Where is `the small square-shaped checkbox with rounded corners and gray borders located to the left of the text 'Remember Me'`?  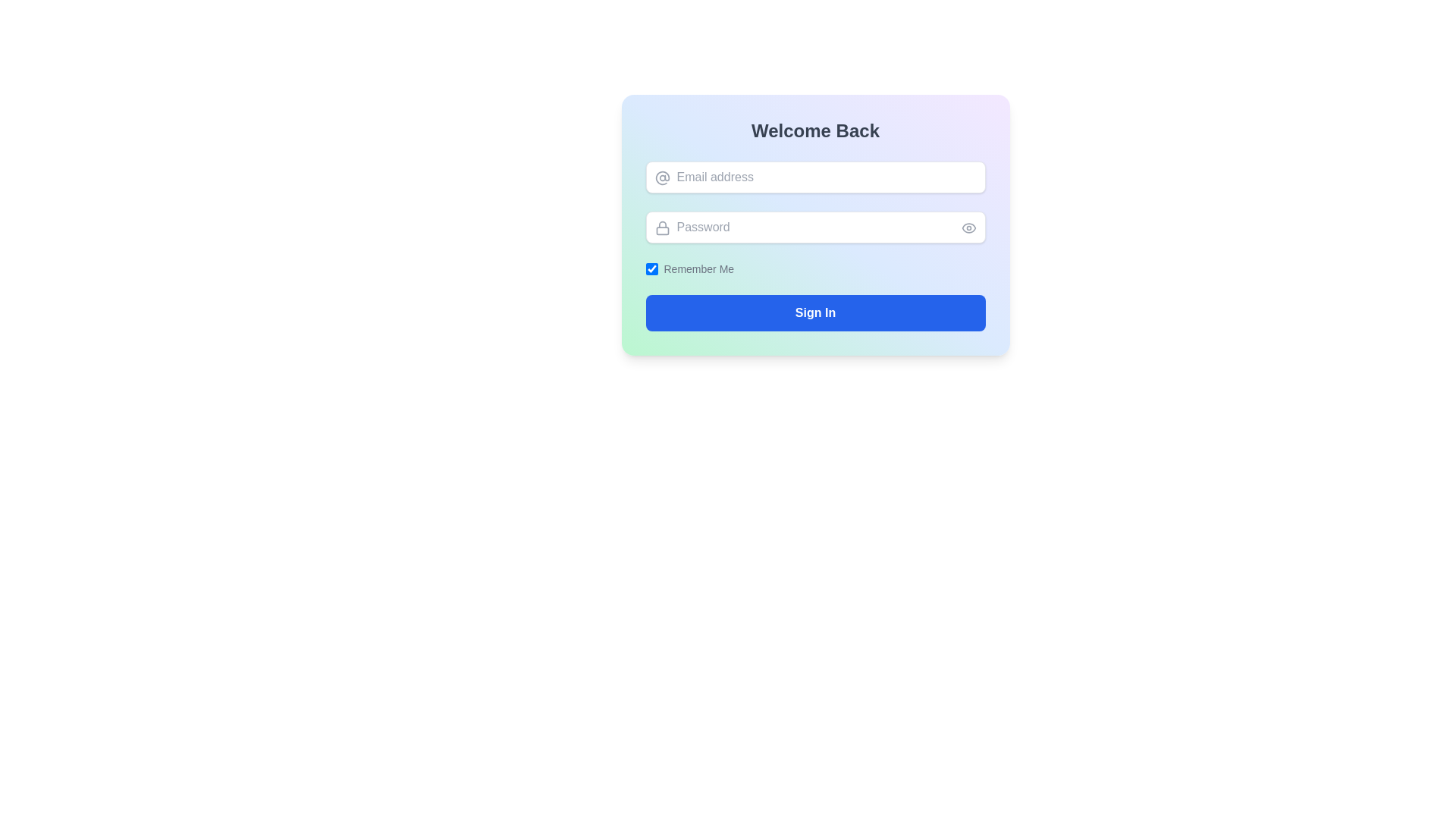 the small square-shaped checkbox with rounded corners and gray borders located to the left of the text 'Remember Me' is located at coordinates (651, 268).